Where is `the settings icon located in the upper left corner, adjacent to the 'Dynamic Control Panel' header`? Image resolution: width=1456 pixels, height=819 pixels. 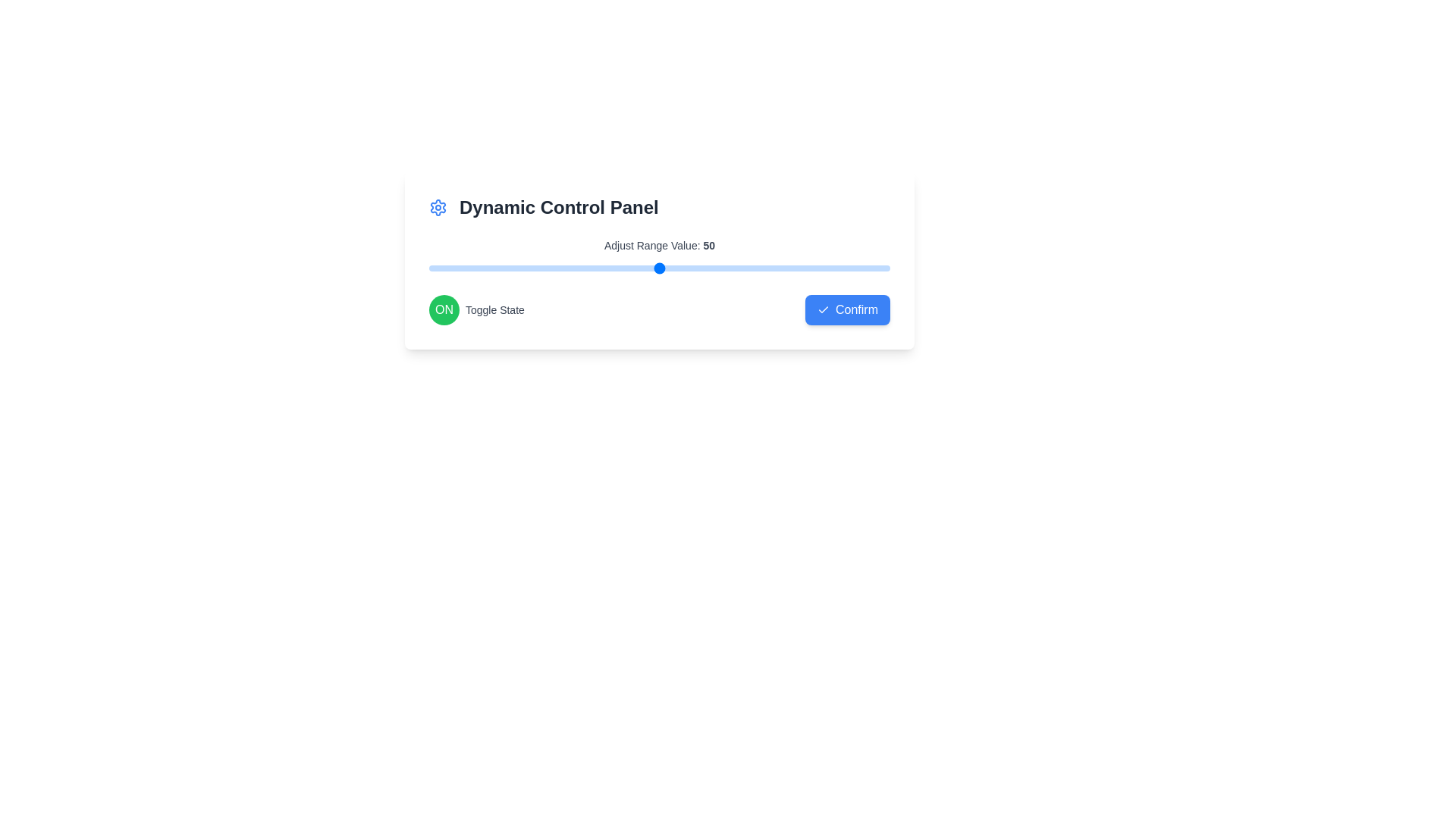
the settings icon located in the upper left corner, adjacent to the 'Dynamic Control Panel' header is located at coordinates (437, 207).